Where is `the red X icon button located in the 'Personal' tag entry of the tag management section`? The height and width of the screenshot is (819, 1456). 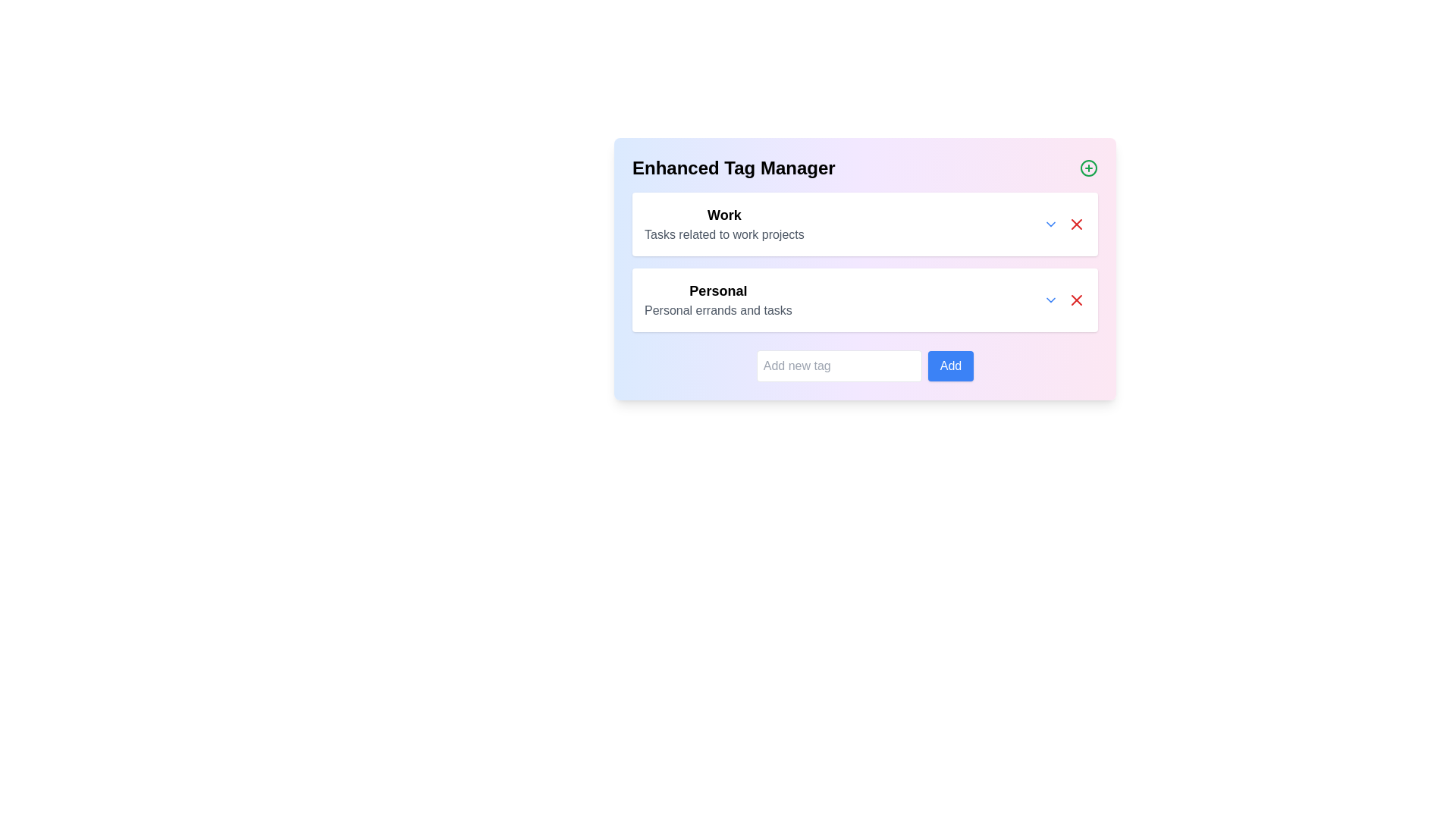 the red X icon button located in the 'Personal' tag entry of the tag management section is located at coordinates (1076, 300).